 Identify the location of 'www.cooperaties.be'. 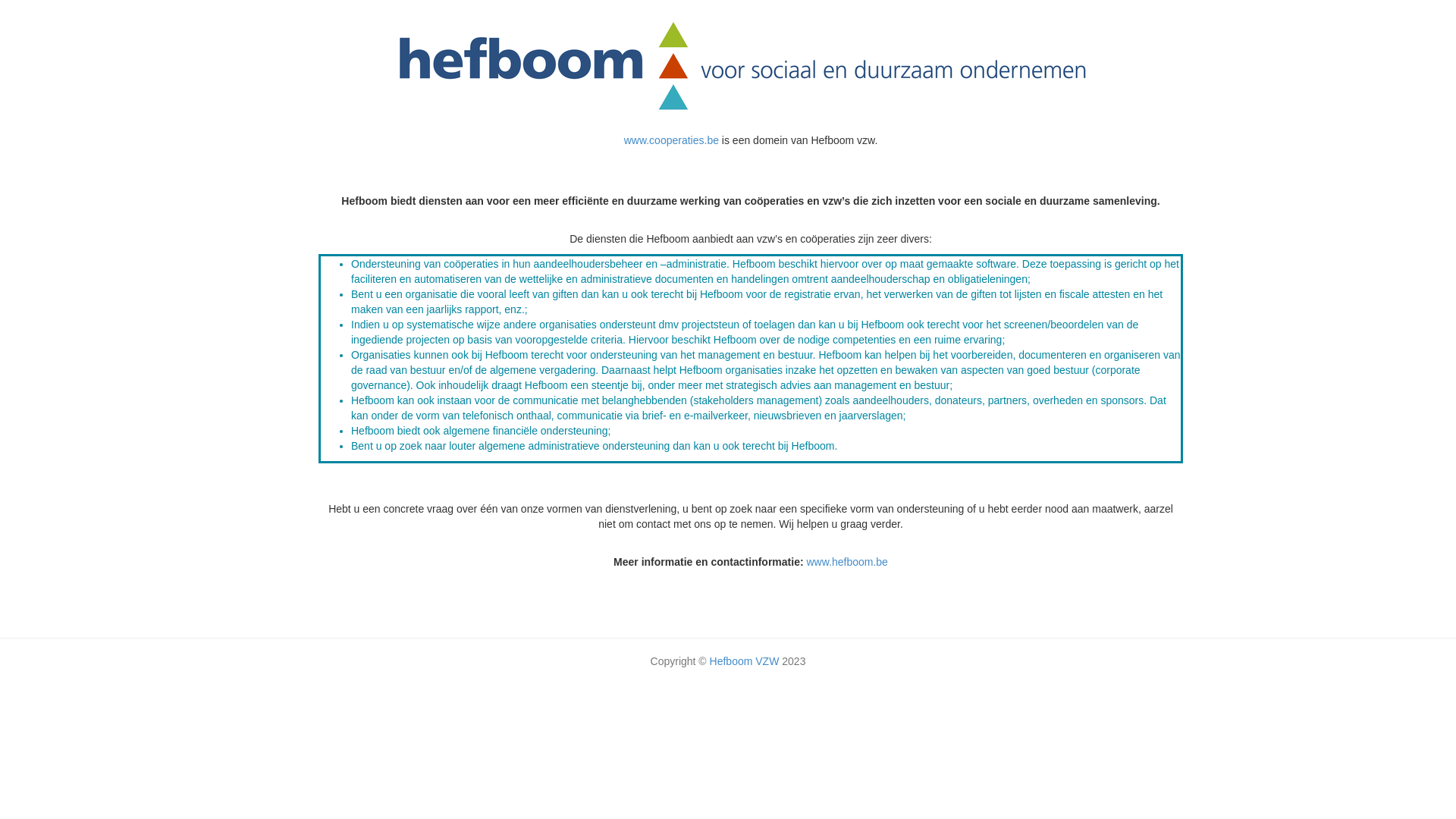
(672, 140).